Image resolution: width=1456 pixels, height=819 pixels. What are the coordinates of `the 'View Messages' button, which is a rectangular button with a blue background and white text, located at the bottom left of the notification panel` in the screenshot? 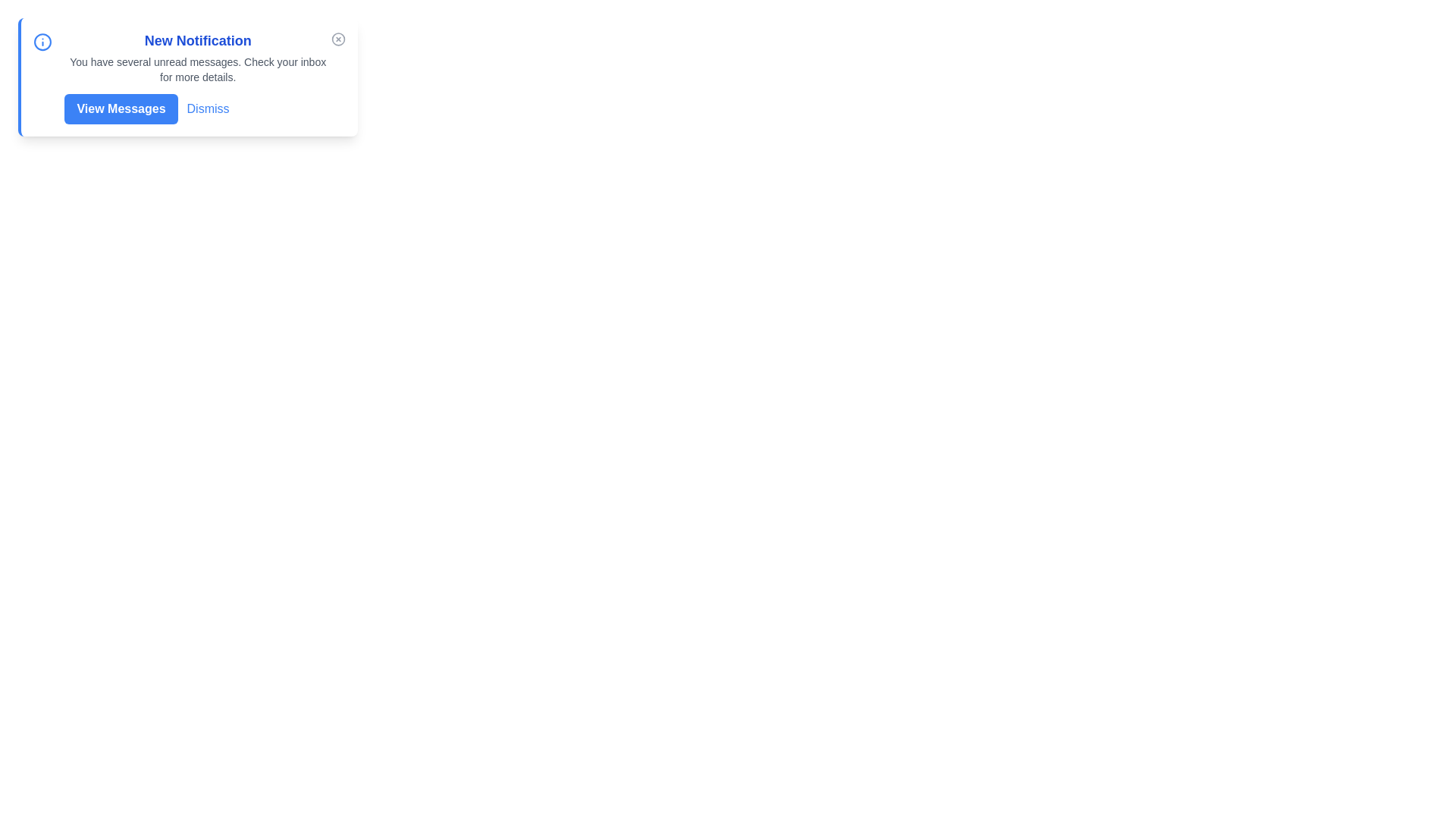 It's located at (120, 108).